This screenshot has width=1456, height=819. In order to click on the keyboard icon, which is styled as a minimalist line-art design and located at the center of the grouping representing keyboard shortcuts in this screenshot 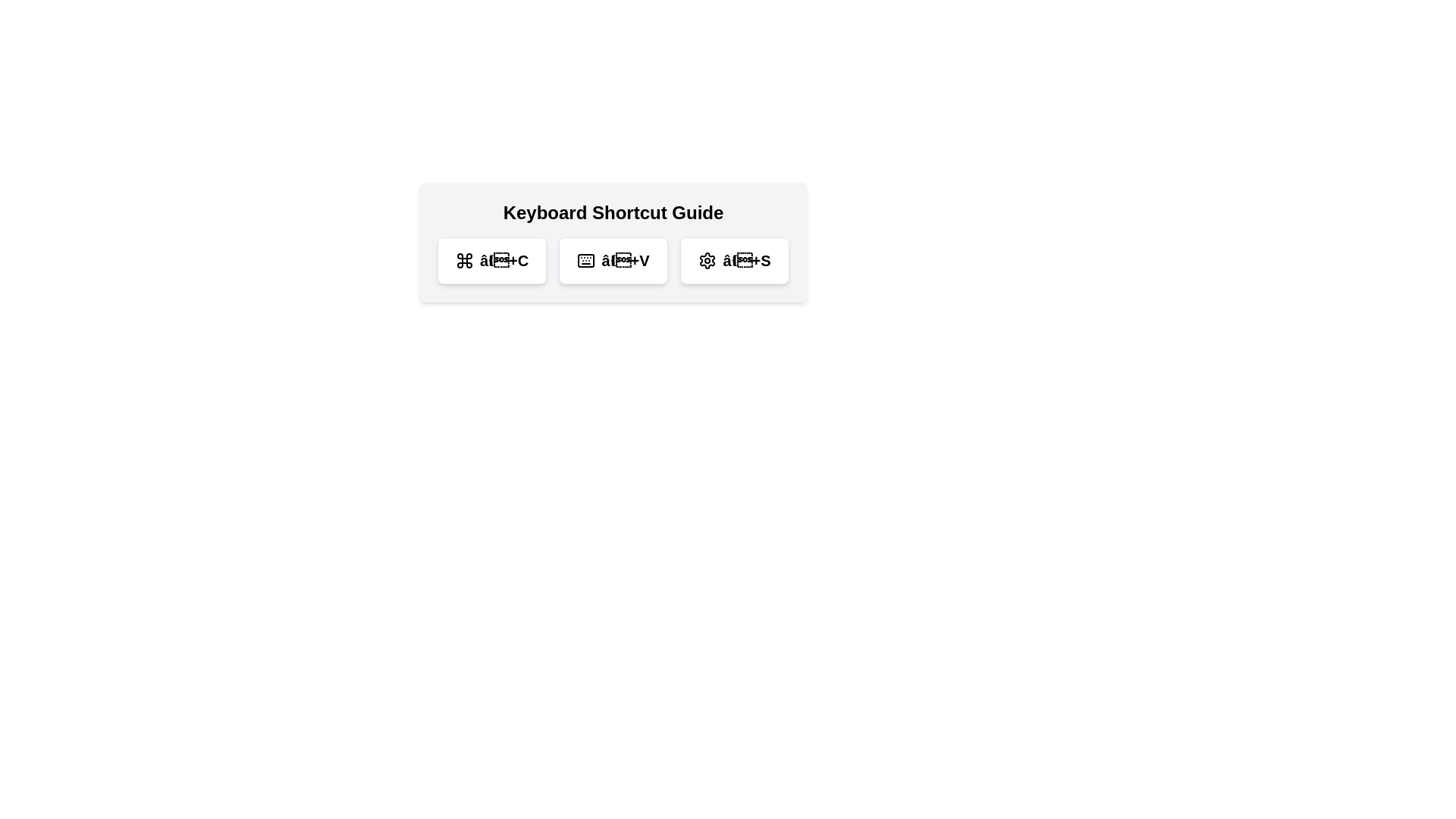, I will do `click(585, 259)`.